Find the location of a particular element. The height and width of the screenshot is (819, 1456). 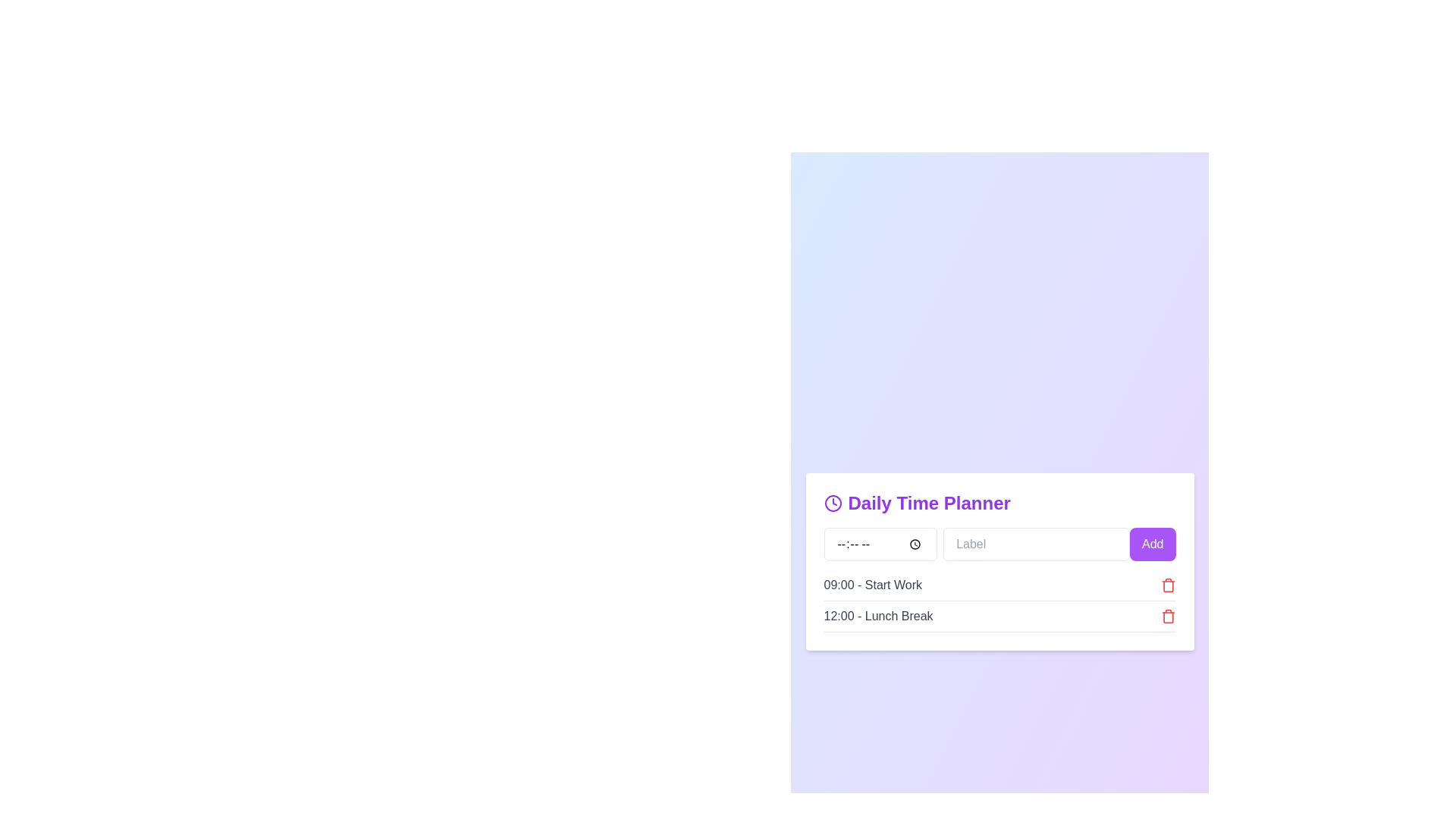

the Text Label that serves as the title for the time planning module, located at the top of the panel above input fields and buttons is located at coordinates (999, 503).